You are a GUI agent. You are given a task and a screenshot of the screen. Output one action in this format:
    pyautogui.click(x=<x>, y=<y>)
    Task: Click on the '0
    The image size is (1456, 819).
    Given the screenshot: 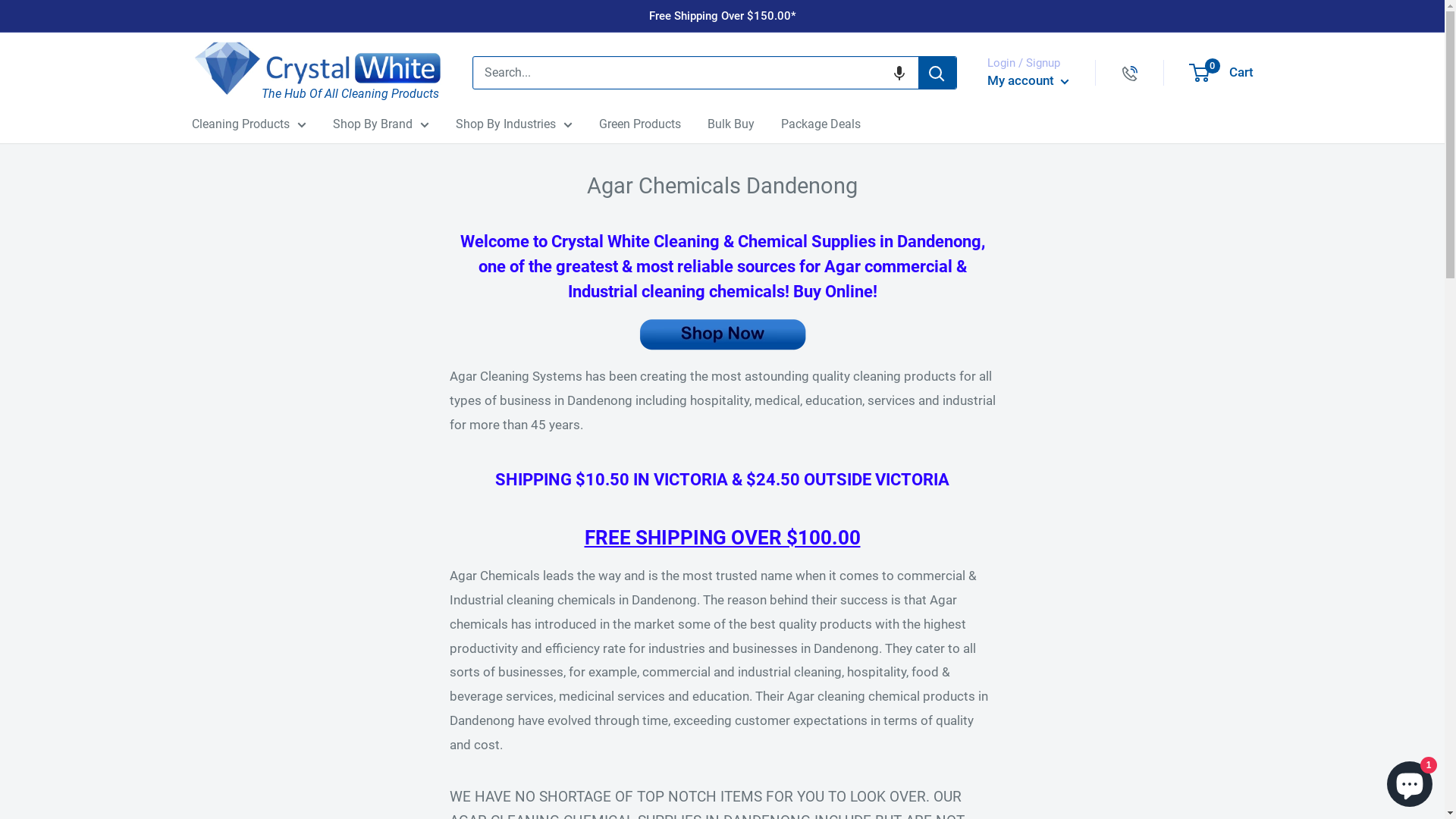 What is the action you would take?
    pyautogui.click(x=1189, y=73)
    